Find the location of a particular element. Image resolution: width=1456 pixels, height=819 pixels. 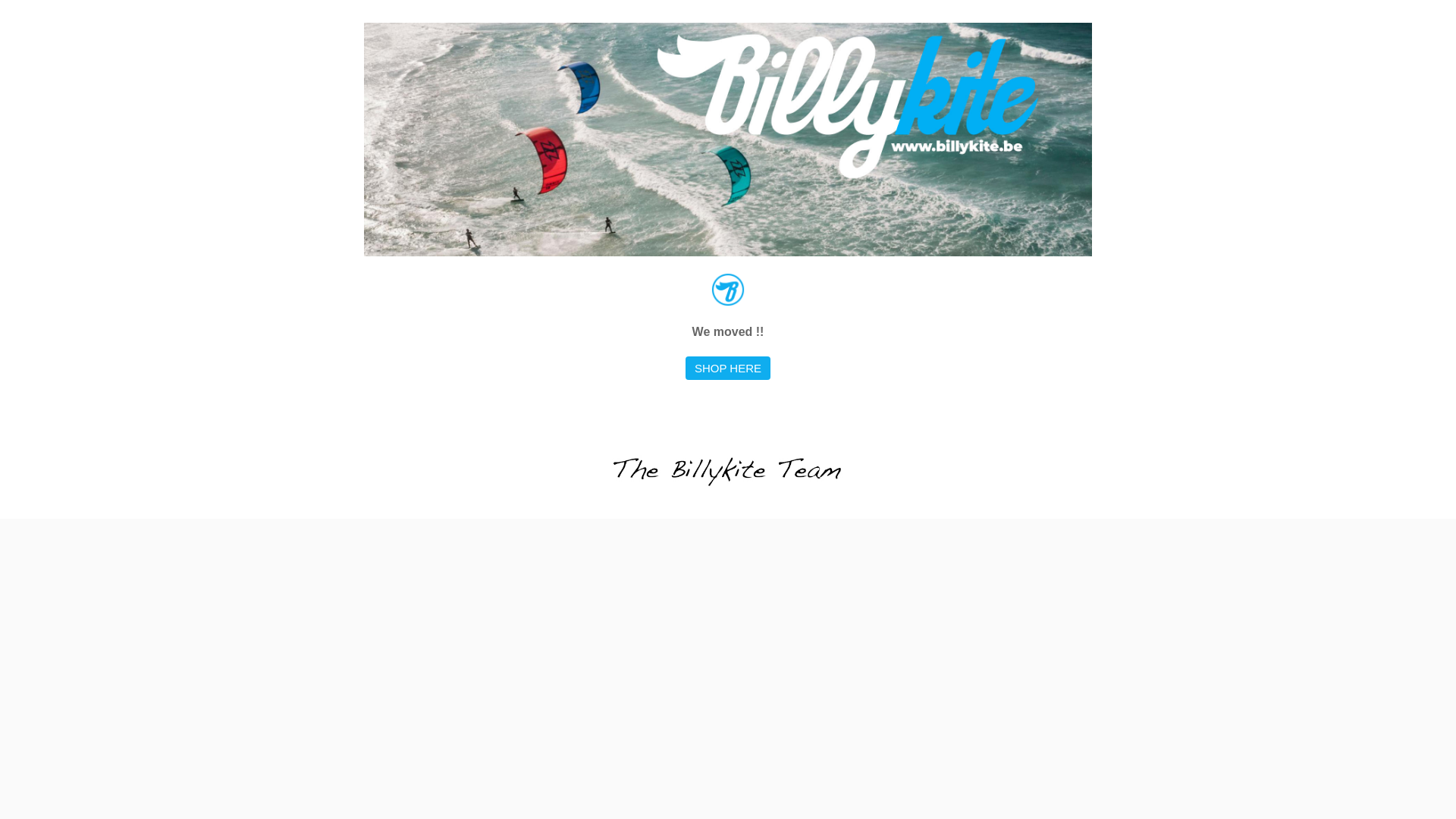

'SHOP HERE' is located at coordinates (728, 368).